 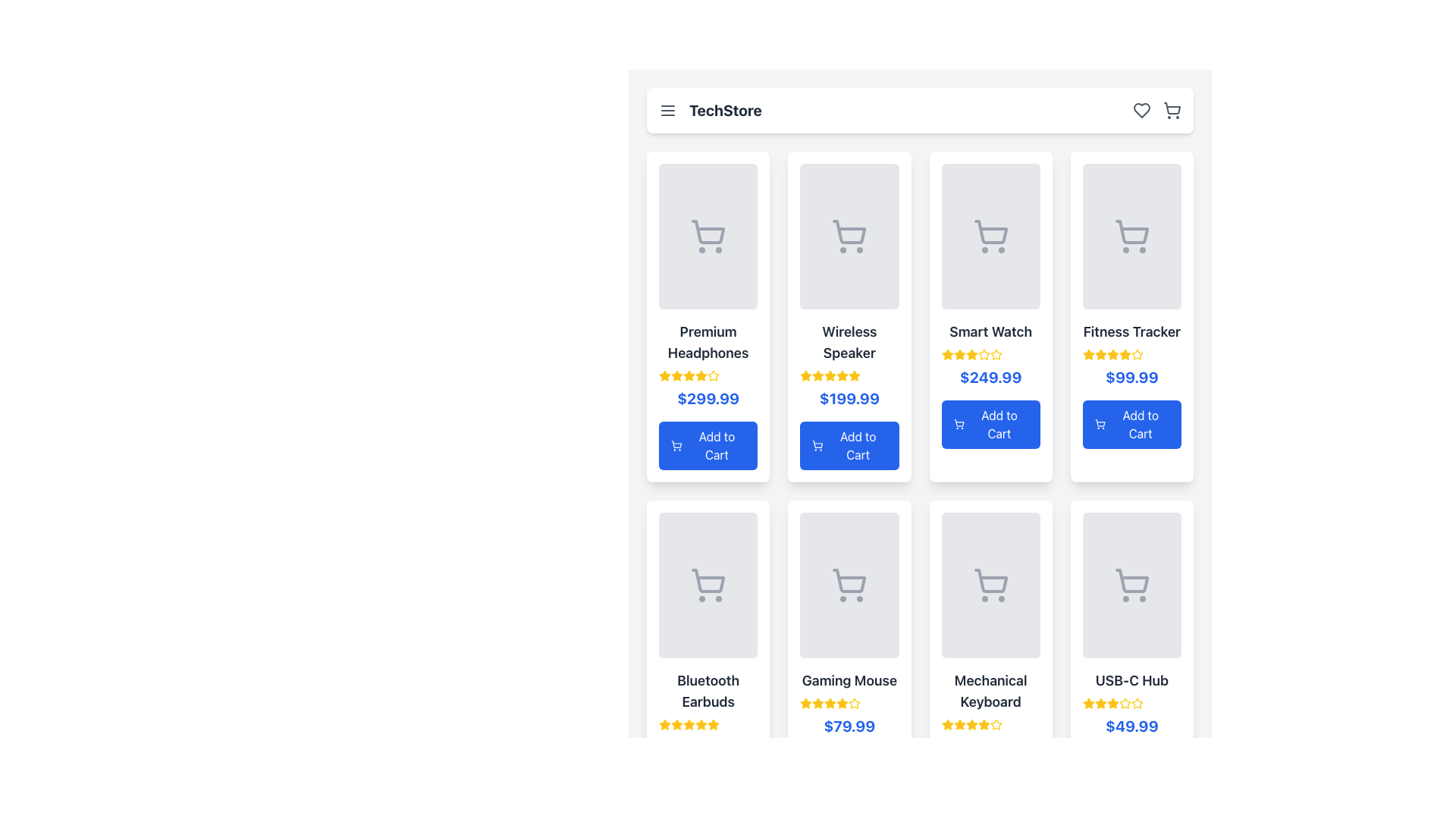 I want to click on product details of the Product card located in the second position of the first row, between the 'Premium Headphones' card and the 'Smart Watch' card, so click(x=849, y=315).